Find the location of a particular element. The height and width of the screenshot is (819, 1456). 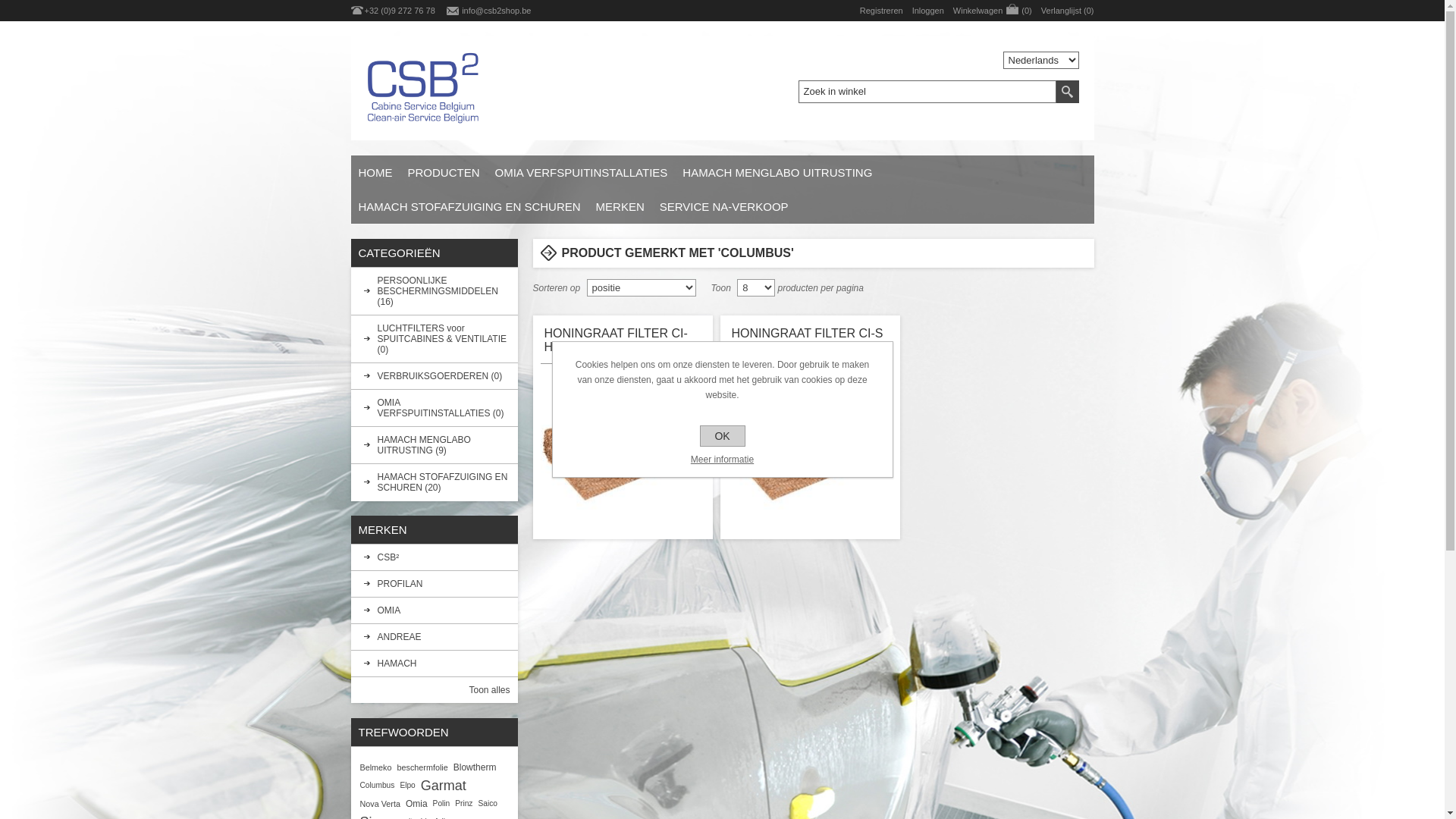

'PERSOONLIJKE BESCHERMINGSMIDDELEN (16)' is located at coordinates (432, 291).